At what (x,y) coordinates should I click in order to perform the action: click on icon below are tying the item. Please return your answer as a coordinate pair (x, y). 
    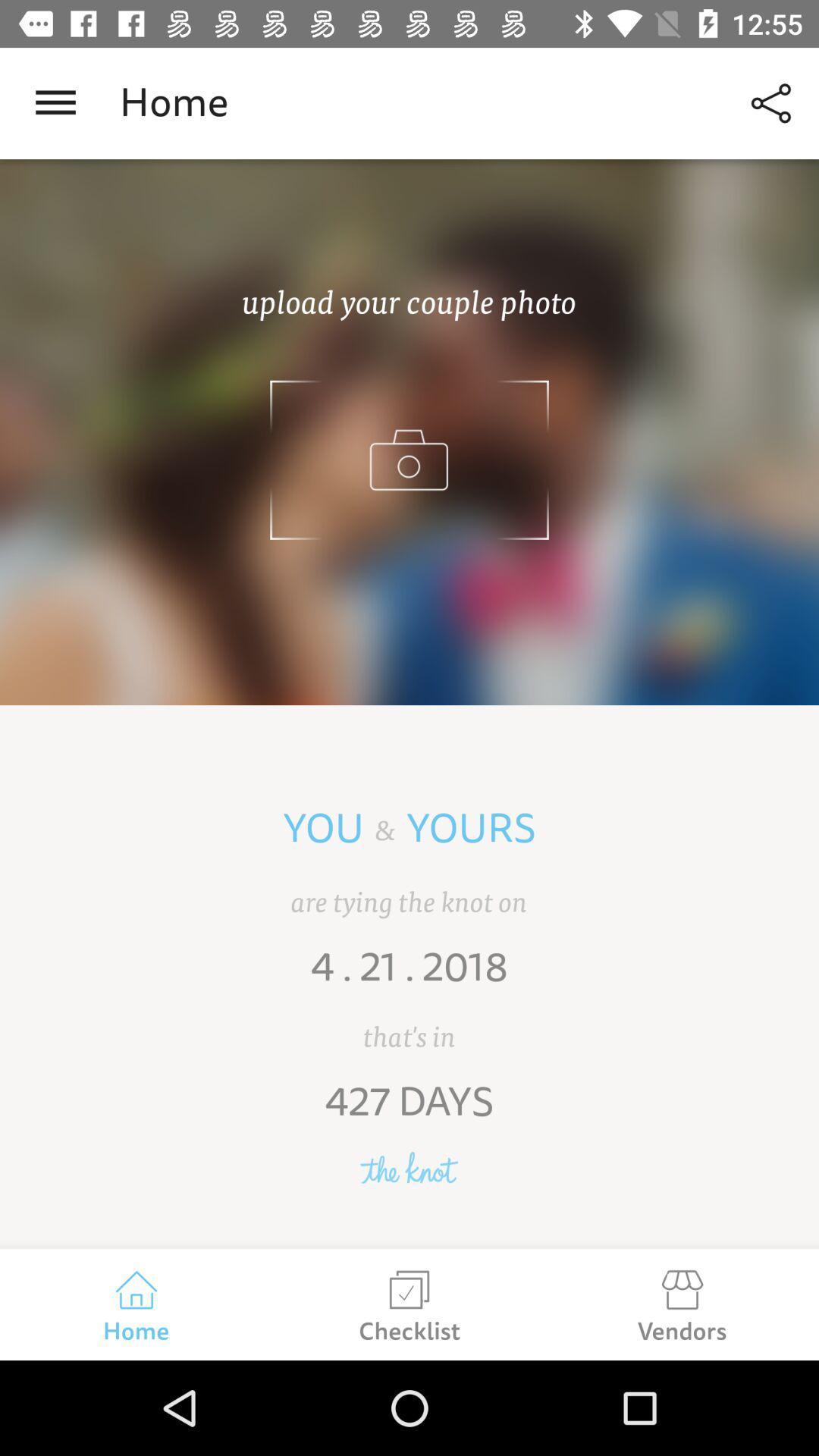
    Looking at the image, I should click on (409, 977).